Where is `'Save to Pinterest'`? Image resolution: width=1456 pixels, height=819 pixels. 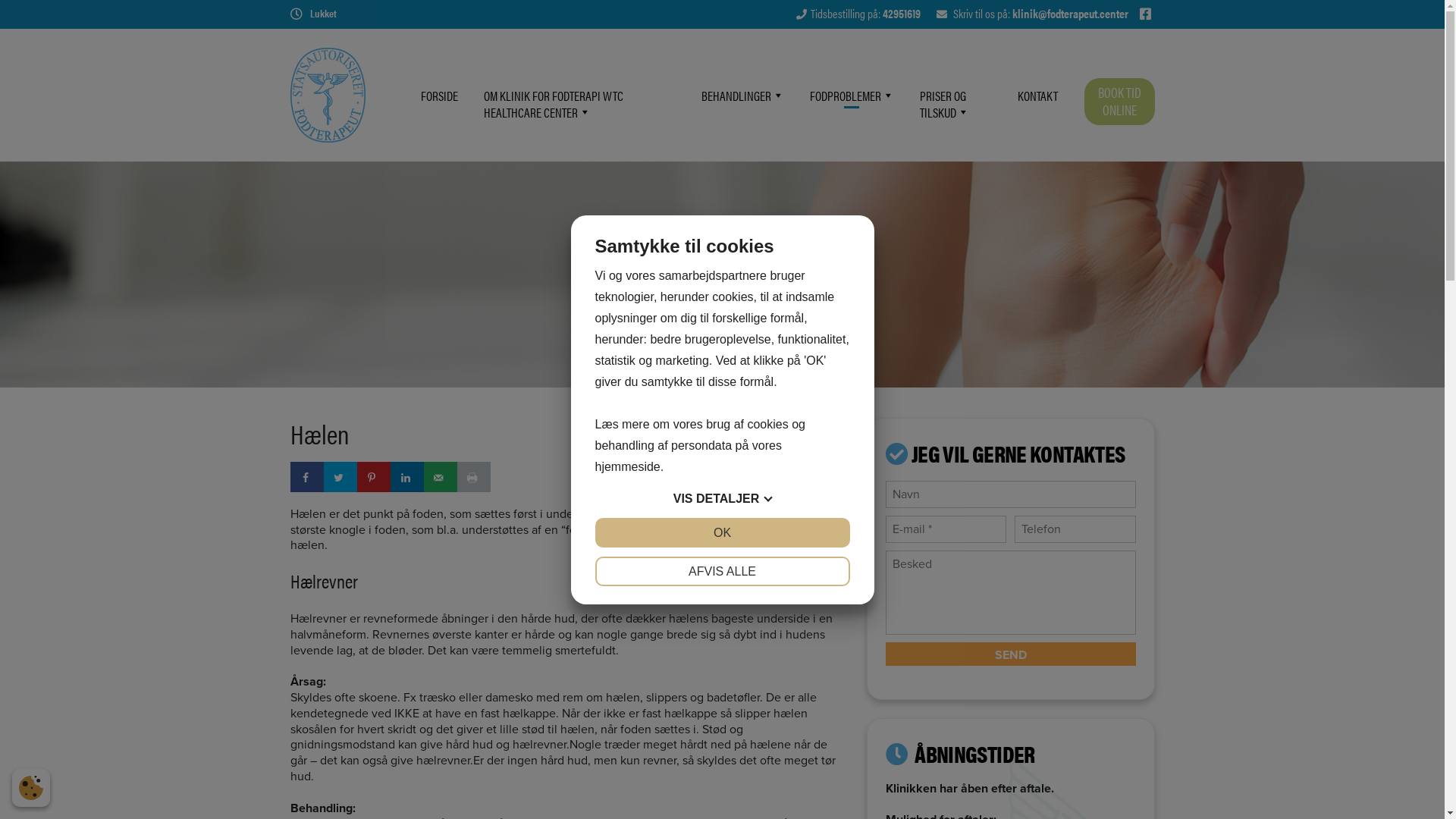
'Save to Pinterest' is located at coordinates (372, 475).